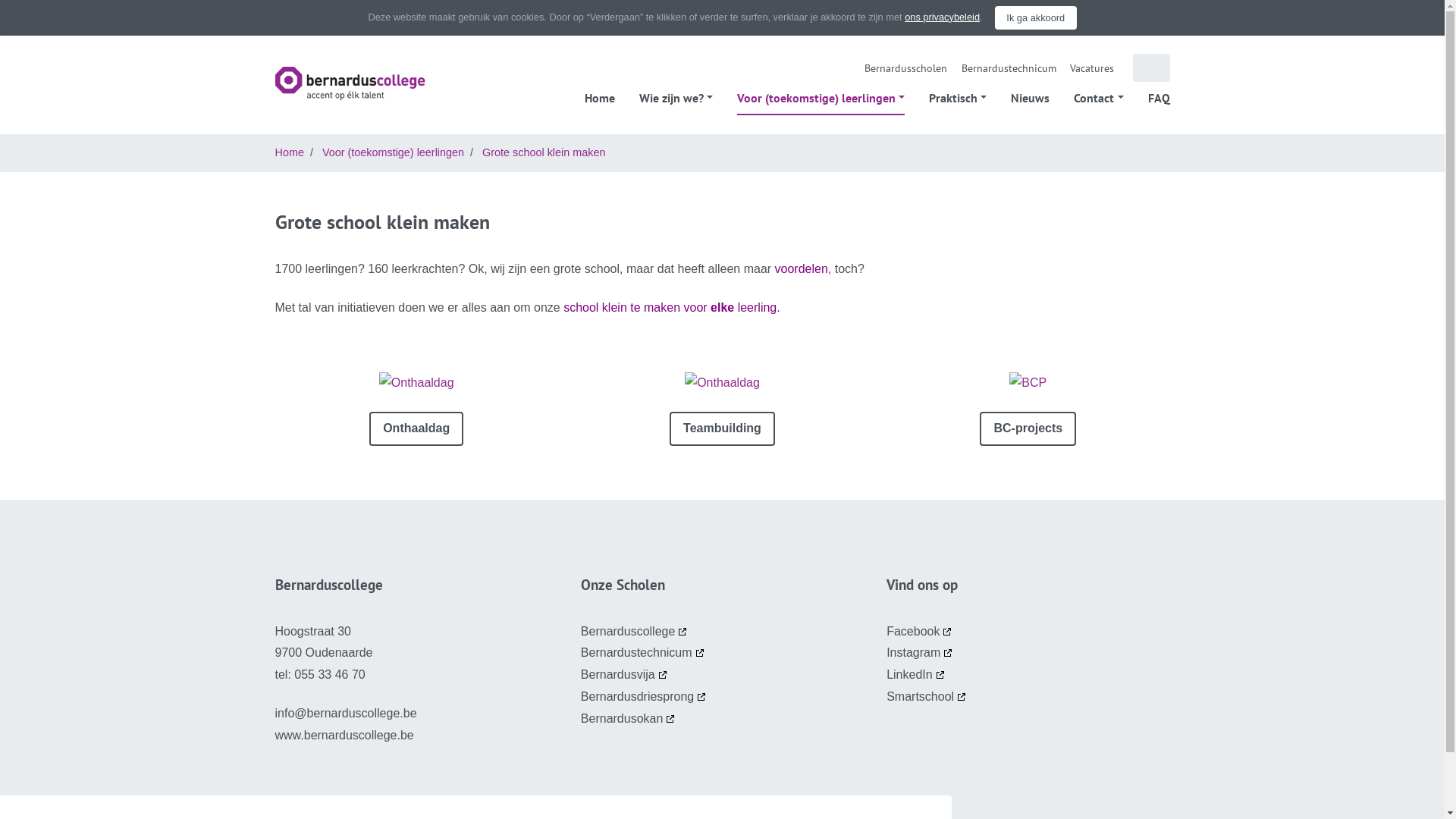 Image resolution: width=1456 pixels, height=819 pixels. What do you see at coordinates (543, 152) in the screenshot?
I see `'Grote school klein maken'` at bounding box center [543, 152].